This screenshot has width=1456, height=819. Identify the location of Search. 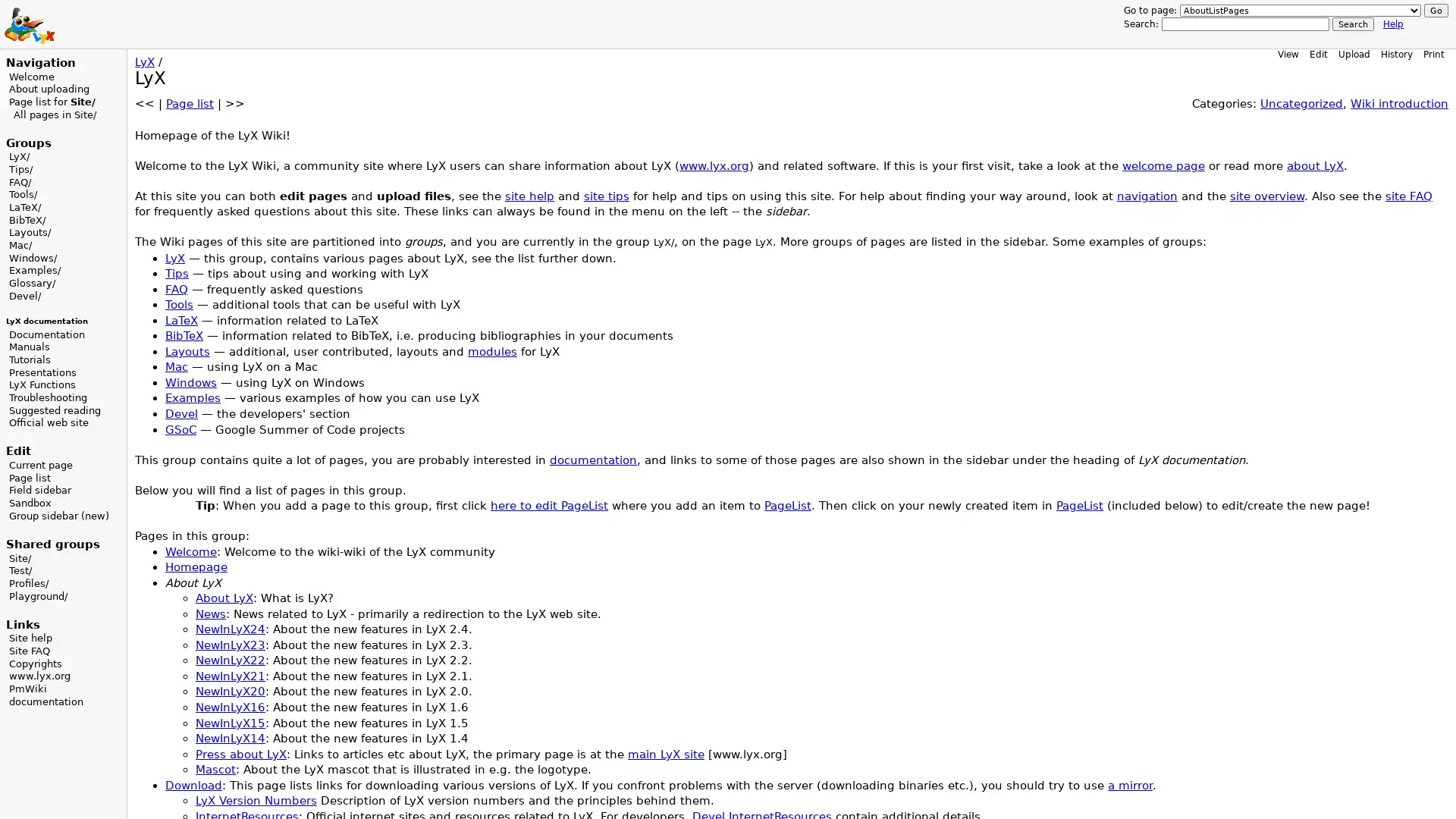
(1353, 24).